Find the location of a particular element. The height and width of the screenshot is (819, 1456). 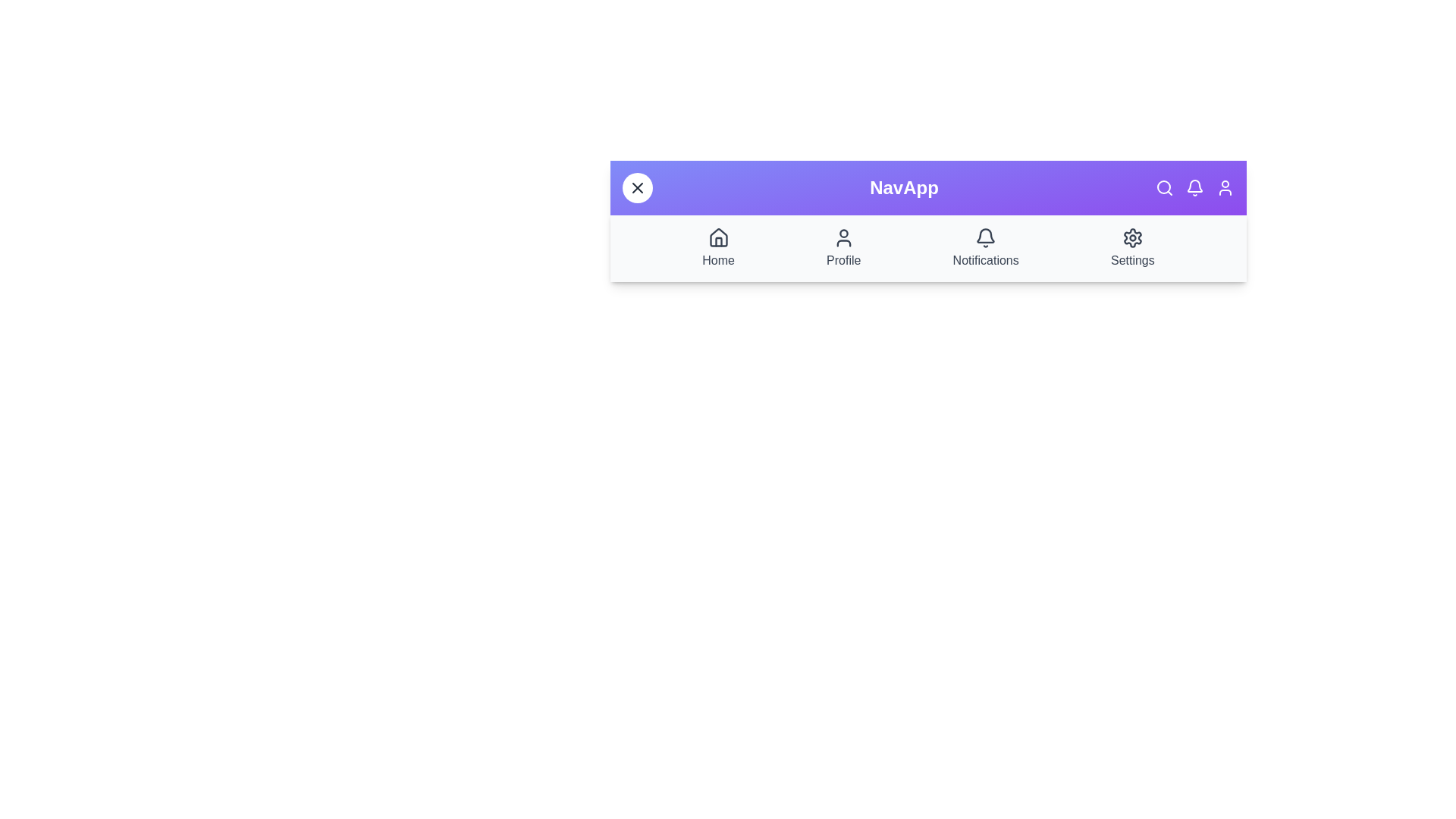

the Settings navigation button is located at coordinates (1132, 247).